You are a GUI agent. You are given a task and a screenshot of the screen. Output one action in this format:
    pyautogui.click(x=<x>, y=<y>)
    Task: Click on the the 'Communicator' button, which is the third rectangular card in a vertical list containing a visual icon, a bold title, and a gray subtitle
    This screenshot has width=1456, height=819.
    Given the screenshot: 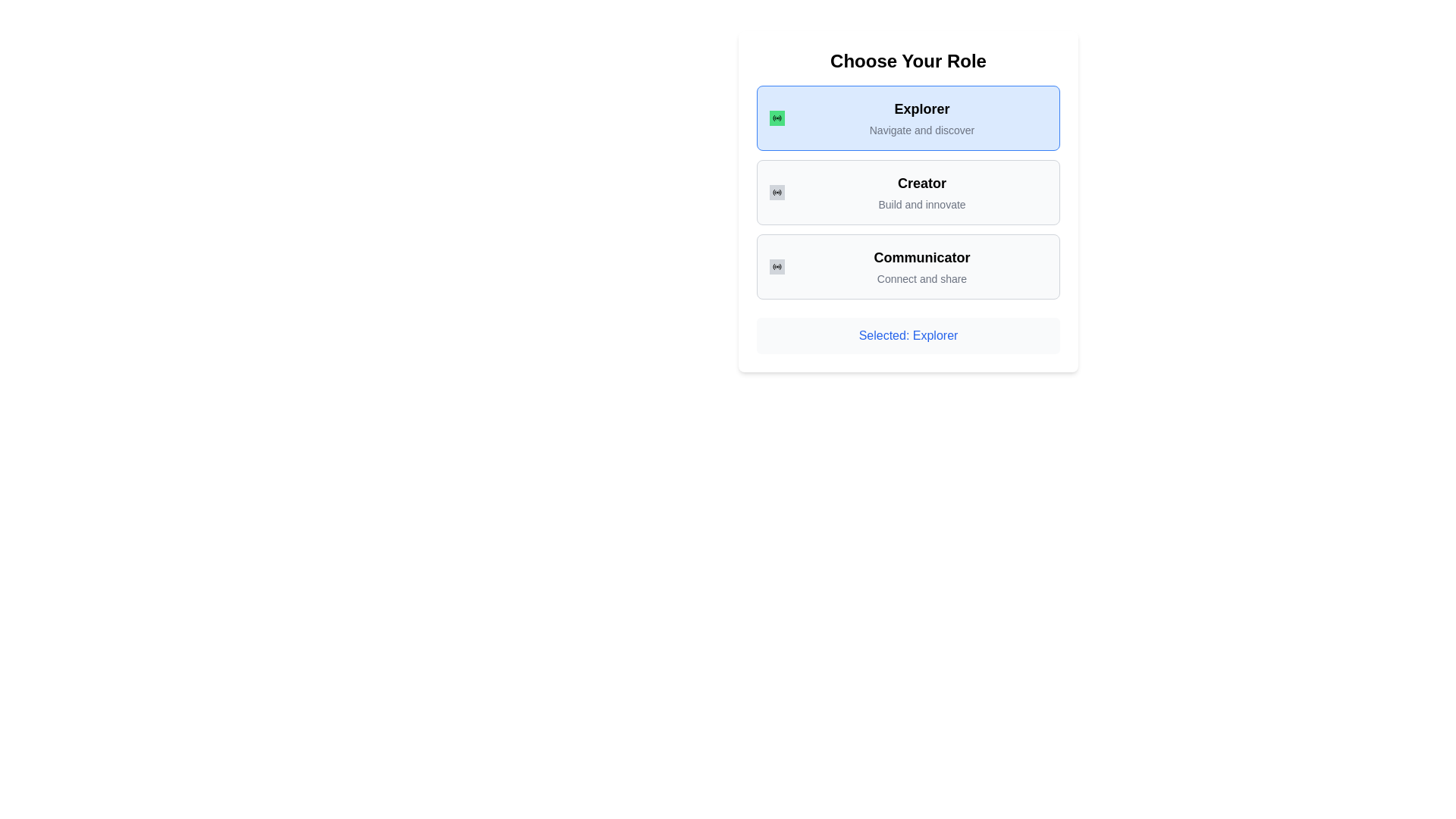 What is the action you would take?
    pyautogui.click(x=908, y=265)
    